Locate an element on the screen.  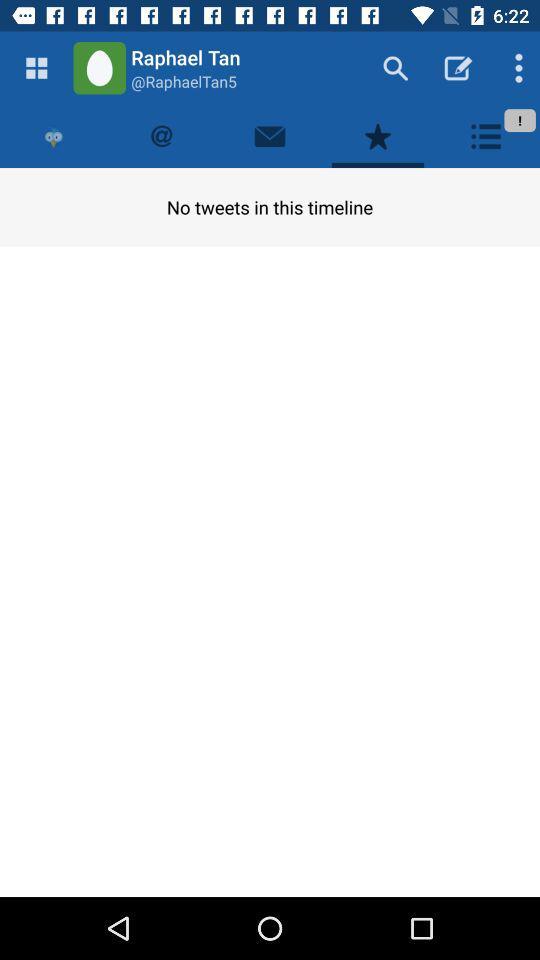
tweets is located at coordinates (161, 135).